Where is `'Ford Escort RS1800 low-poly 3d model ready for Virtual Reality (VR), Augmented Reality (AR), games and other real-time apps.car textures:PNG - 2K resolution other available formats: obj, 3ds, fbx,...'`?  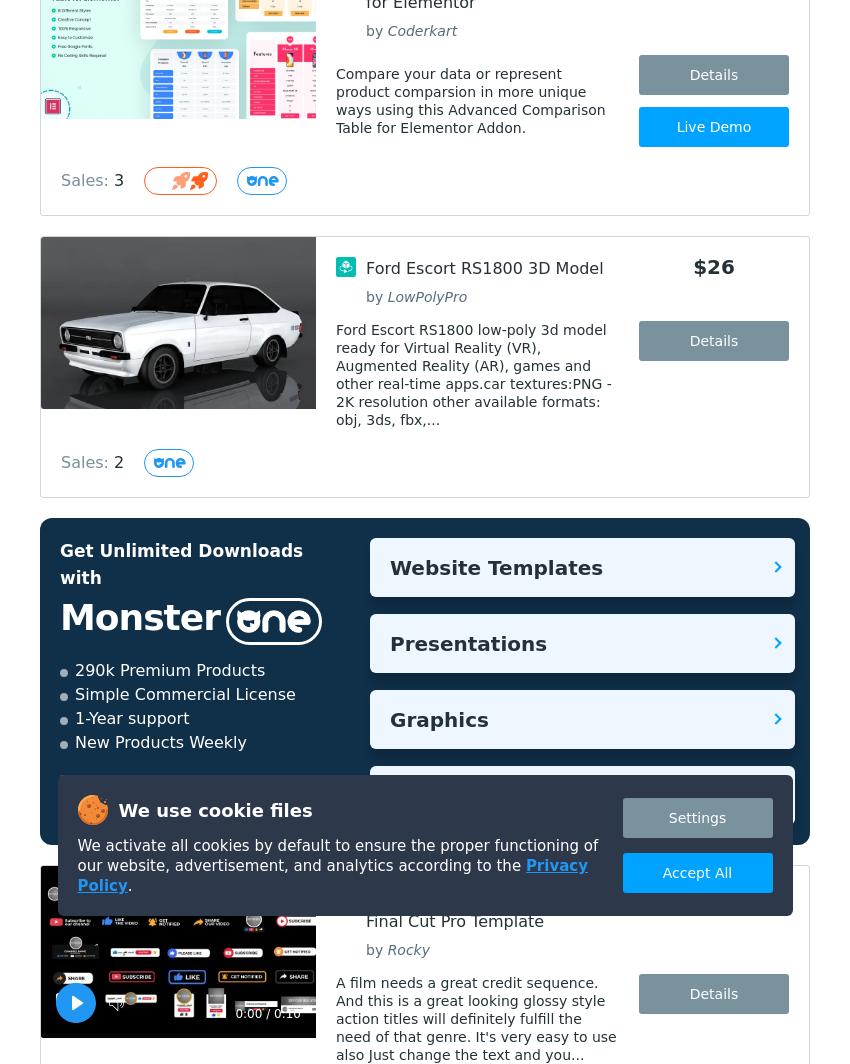
'Ford Escort RS1800 low-poly 3d model ready for Virtual Reality (VR), Augmented Reality (AR), games and other real-time apps.car textures:PNG - 2K resolution other available formats: obj, 3ds, fbx,...' is located at coordinates (473, 374).